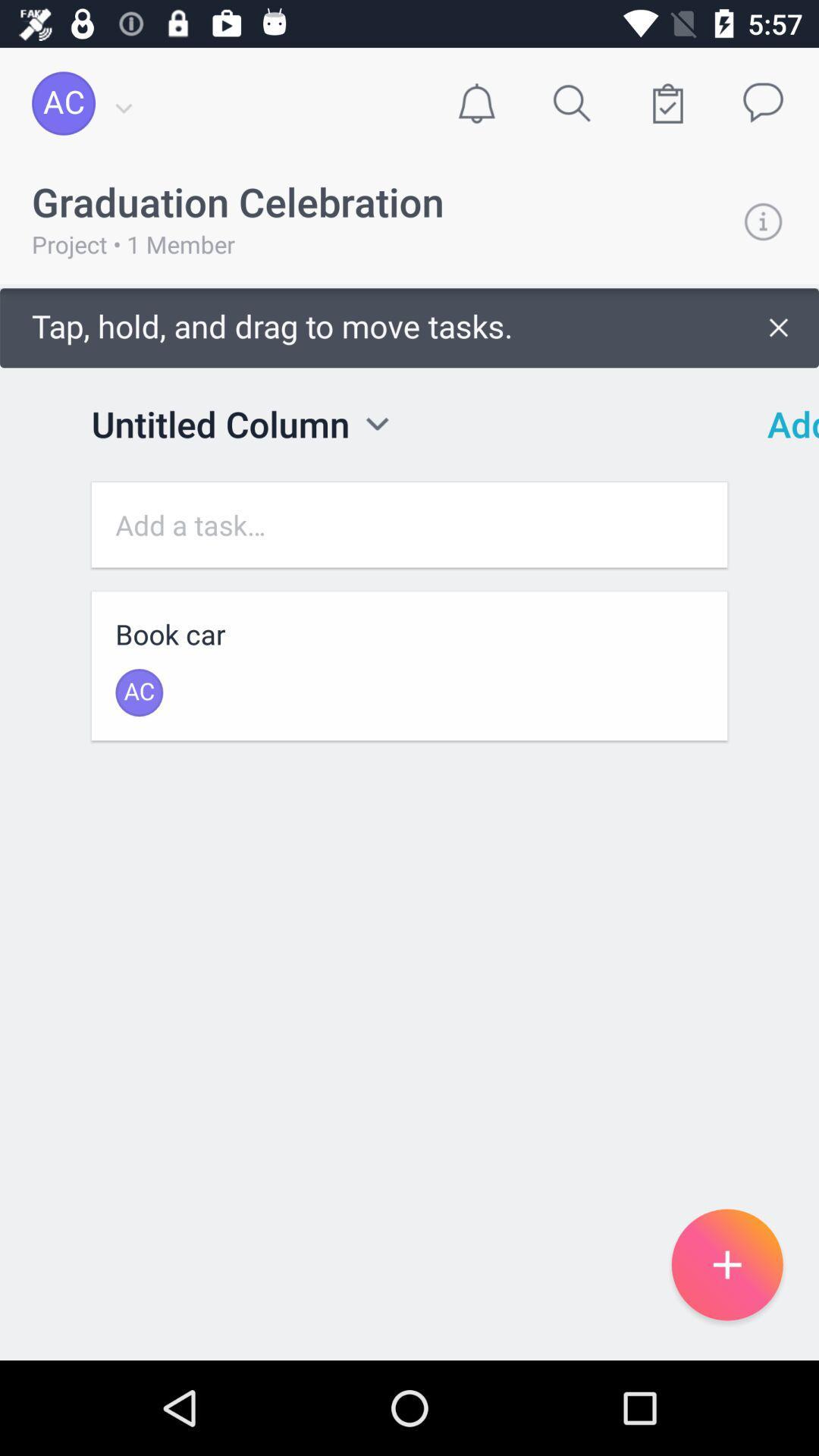  Describe the element at coordinates (409, 525) in the screenshot. I see `a task` at that location.